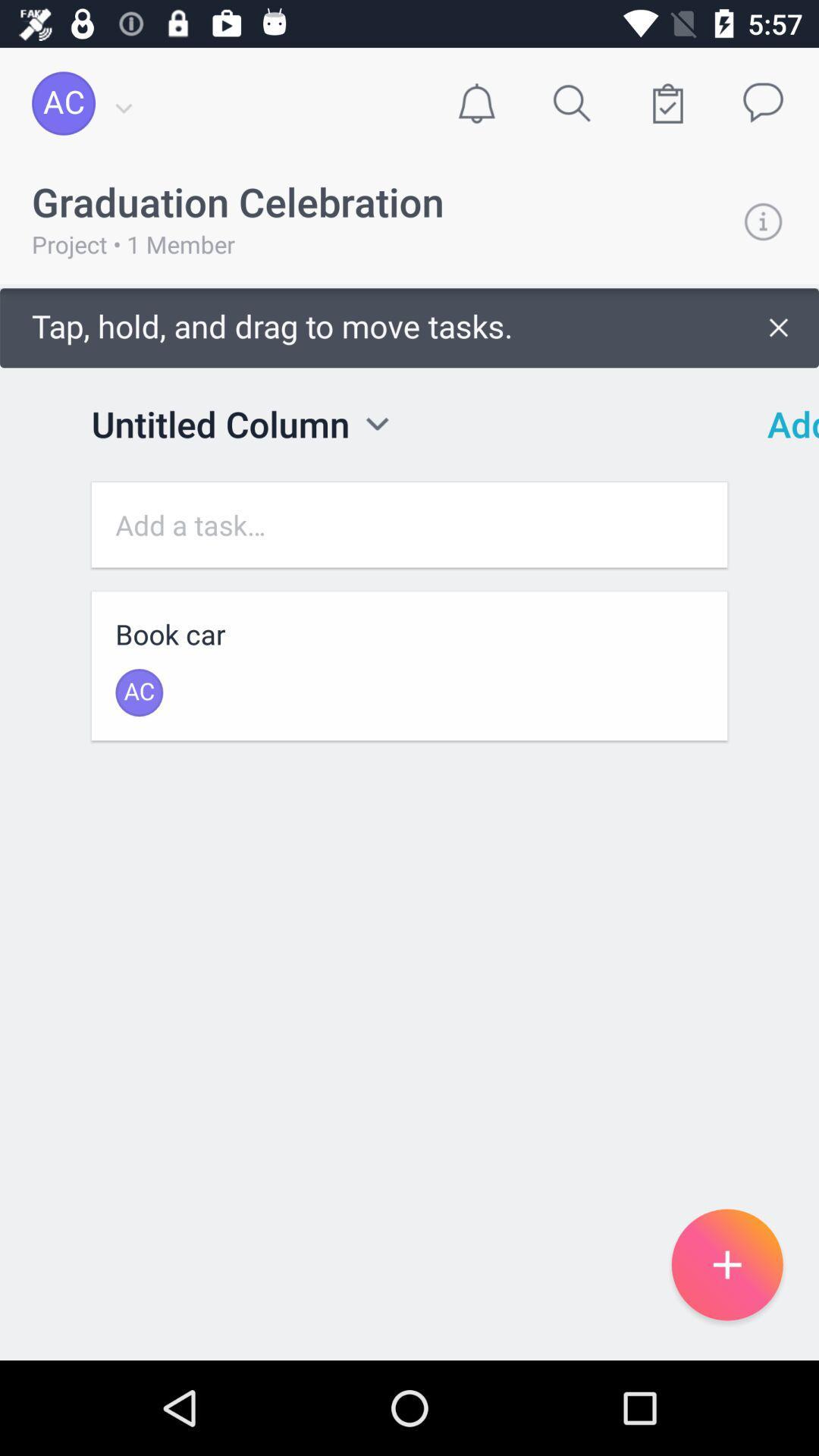  Describe the element at coordinates (409, 525) in the screenshot. I see `a task` at that location.